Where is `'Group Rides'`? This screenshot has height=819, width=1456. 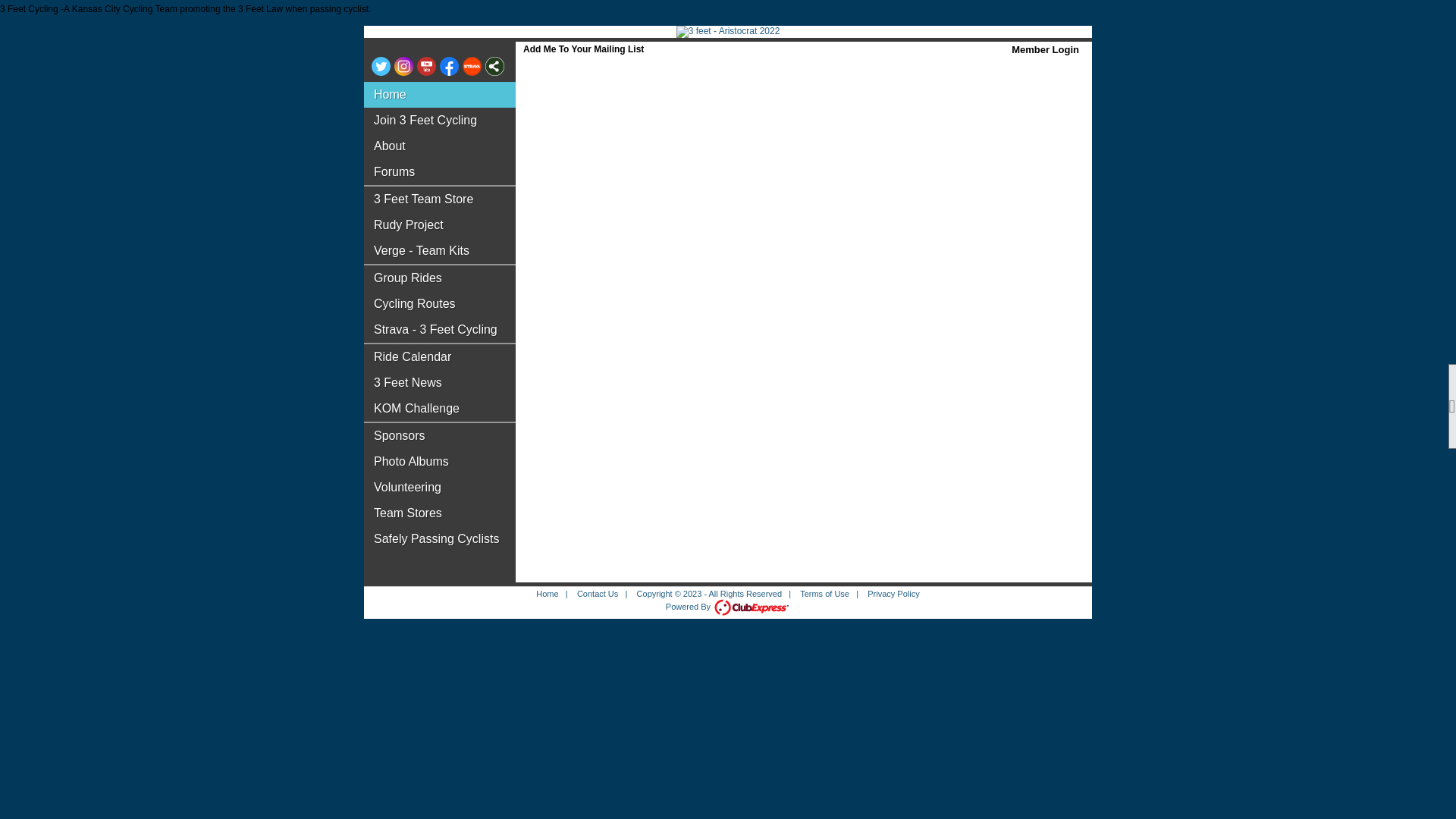
'Group Rides' is located at coordinates (439, 278).